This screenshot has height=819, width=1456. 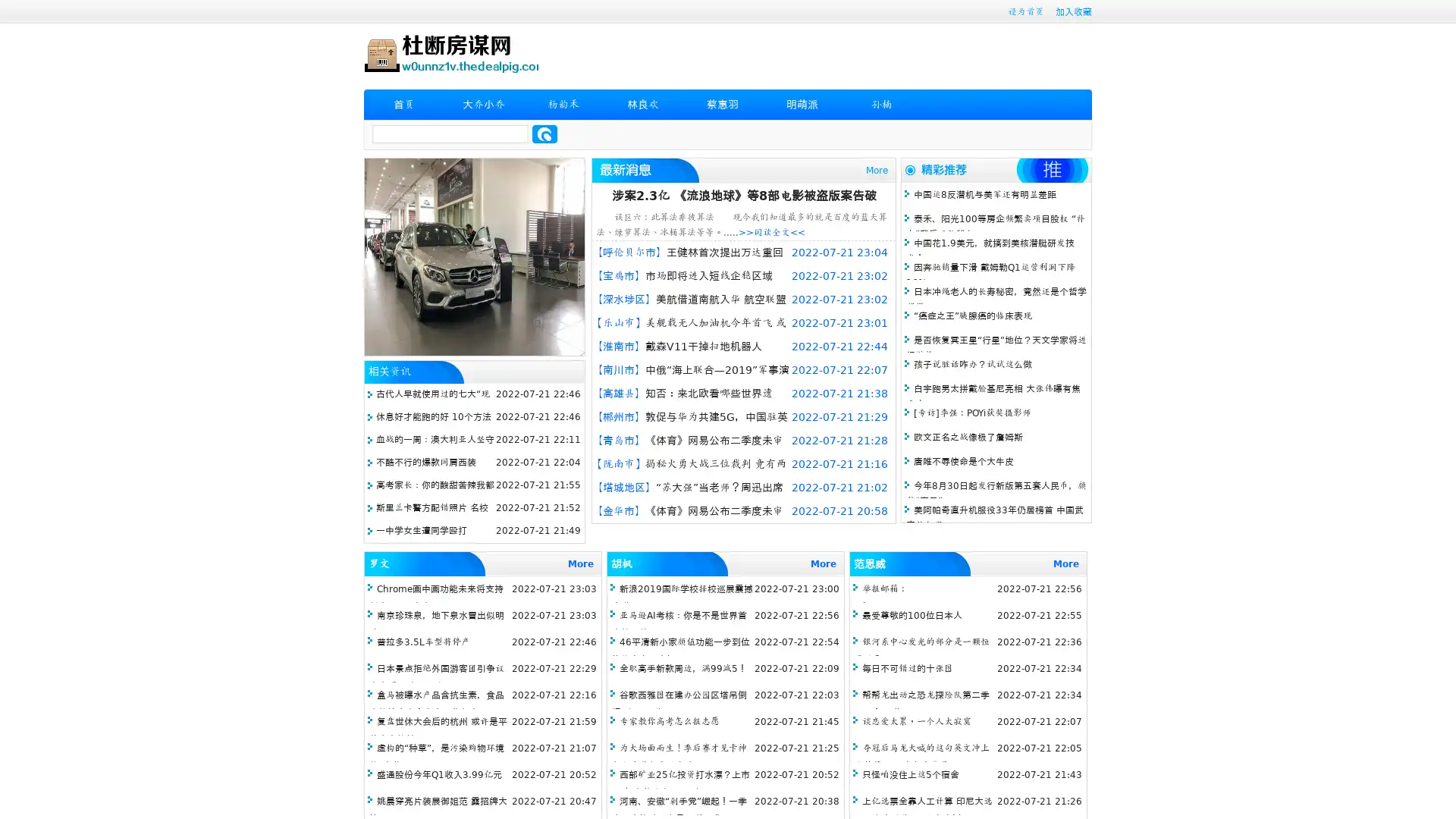 What do you see at coordinates (544, 133) in the screenshot?
I see `Search` at bounding box center [544, 133].